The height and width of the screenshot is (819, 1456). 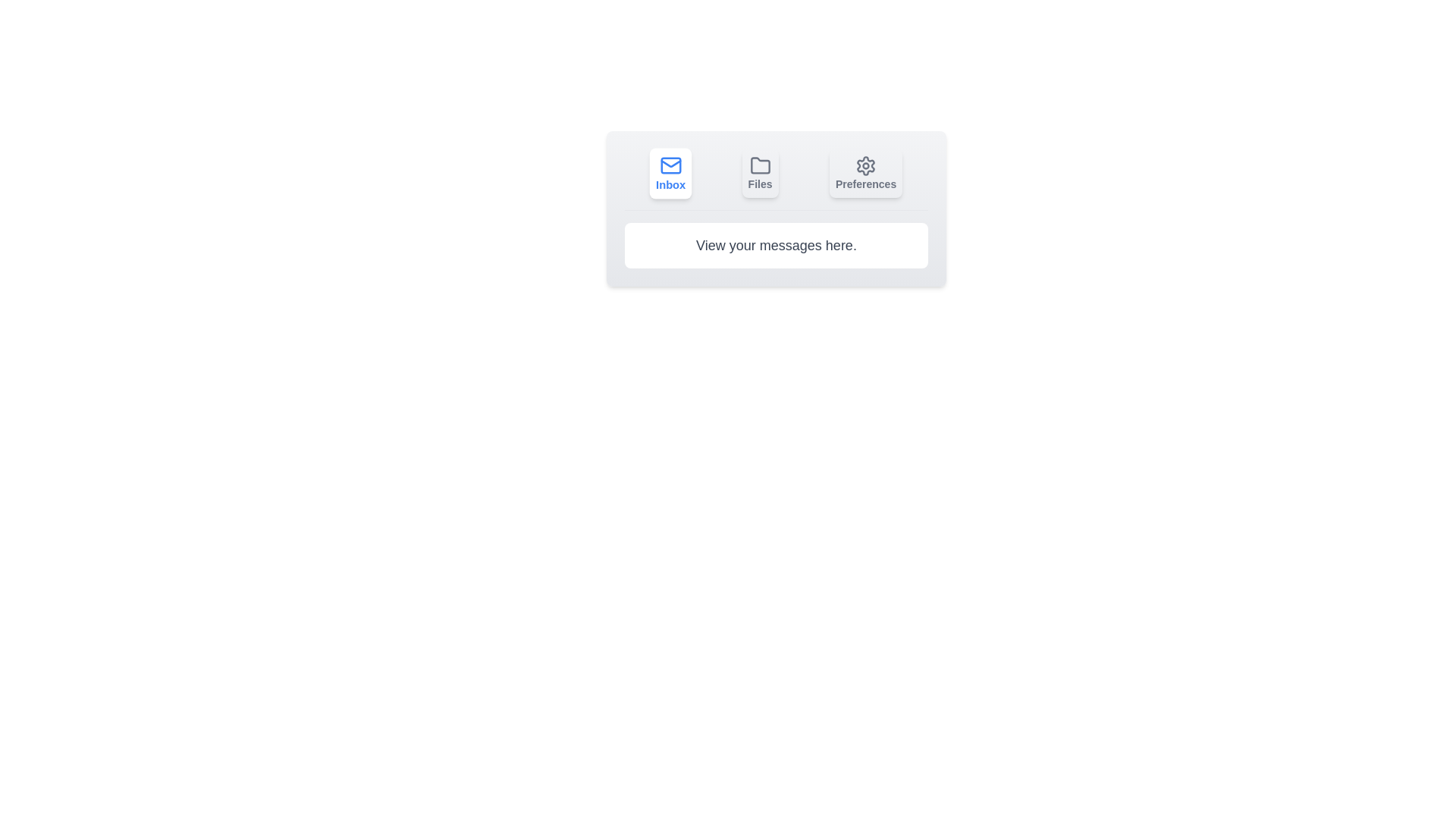 I want to click on the static text label located in the center of a white, rounded rectangular section below the Inbox, Files, and Preferences icons, so click(x=776, y=245).